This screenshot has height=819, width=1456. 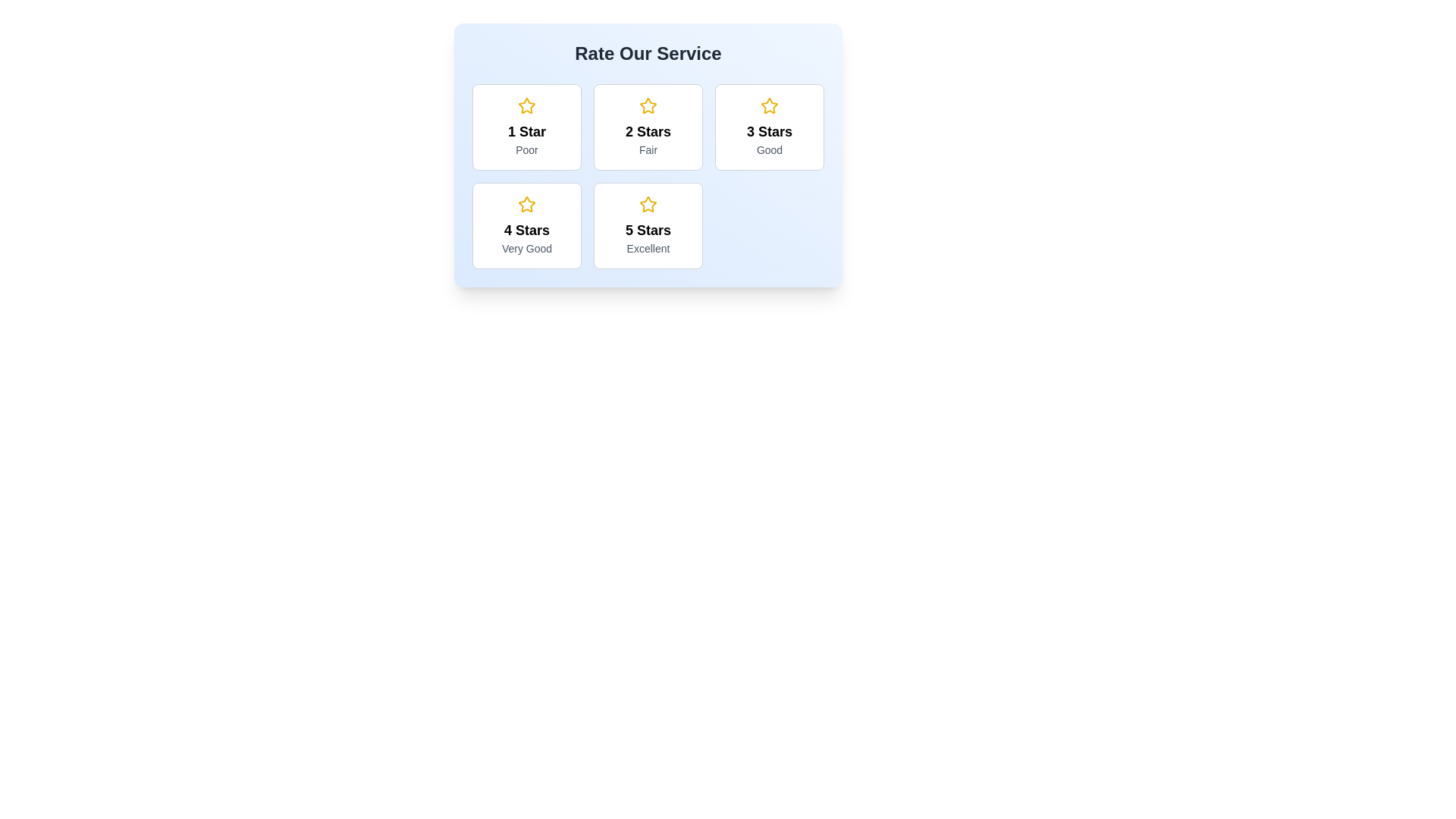 What do you see at coordinates (648, 149) in the screenshot?
I see `the static text label displaying 'Fair', which is part of the rating system located below '2 Stars' in the second column and first row of the grid` at bounding box center [648, 149].